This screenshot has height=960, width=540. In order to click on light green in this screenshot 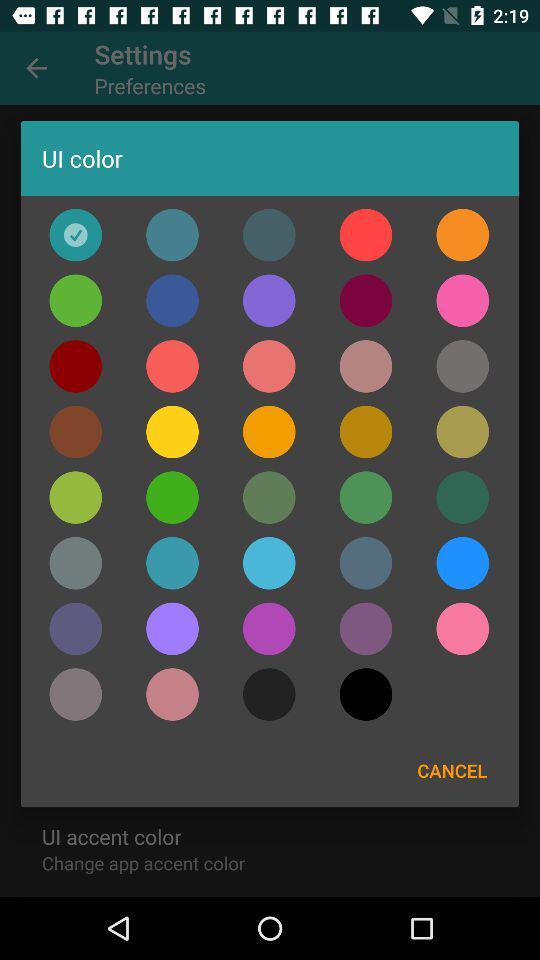, I will do `click(172, 496)`.